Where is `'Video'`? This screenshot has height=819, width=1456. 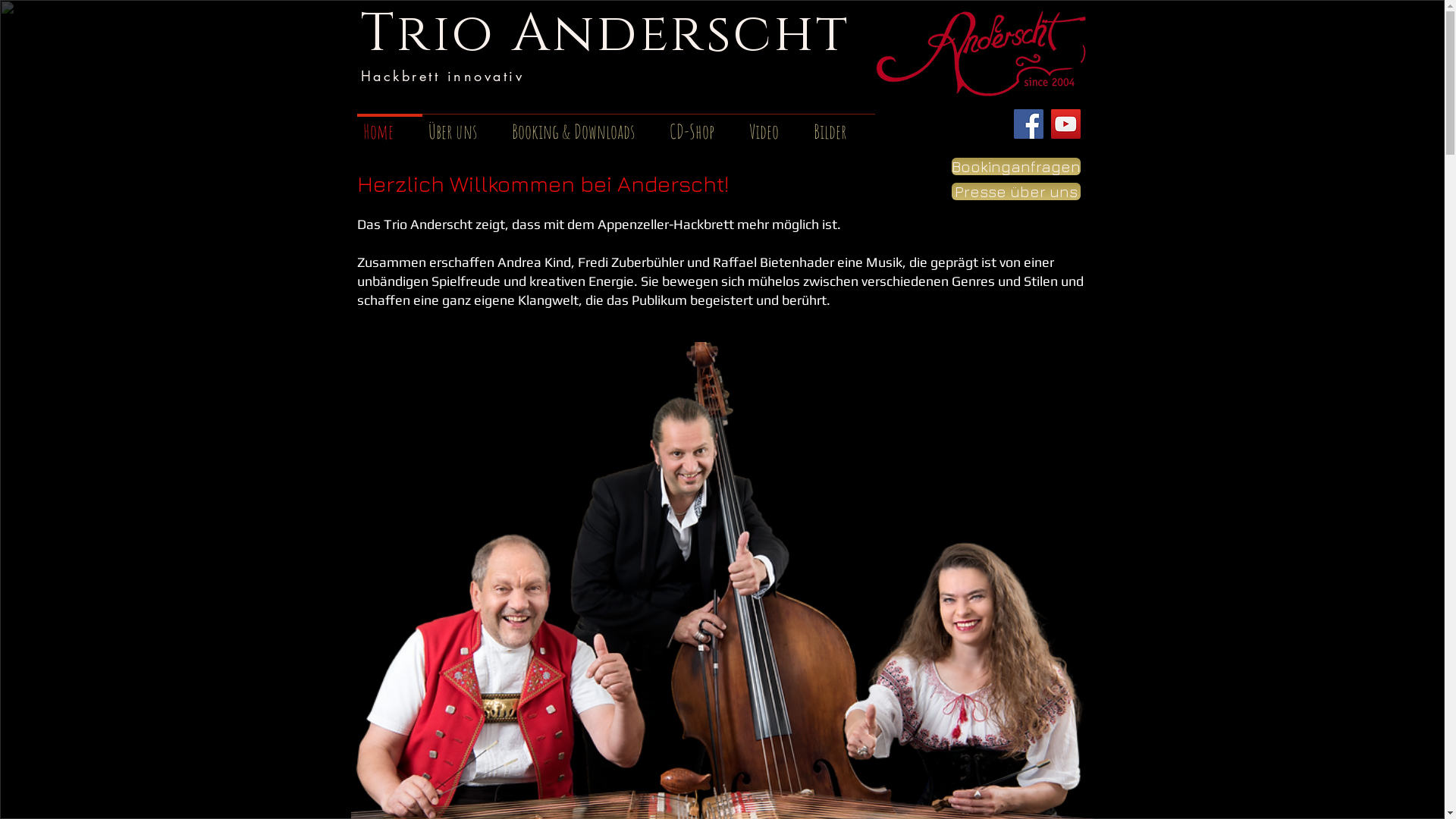 'Video' is located at coordinates (742, 124).